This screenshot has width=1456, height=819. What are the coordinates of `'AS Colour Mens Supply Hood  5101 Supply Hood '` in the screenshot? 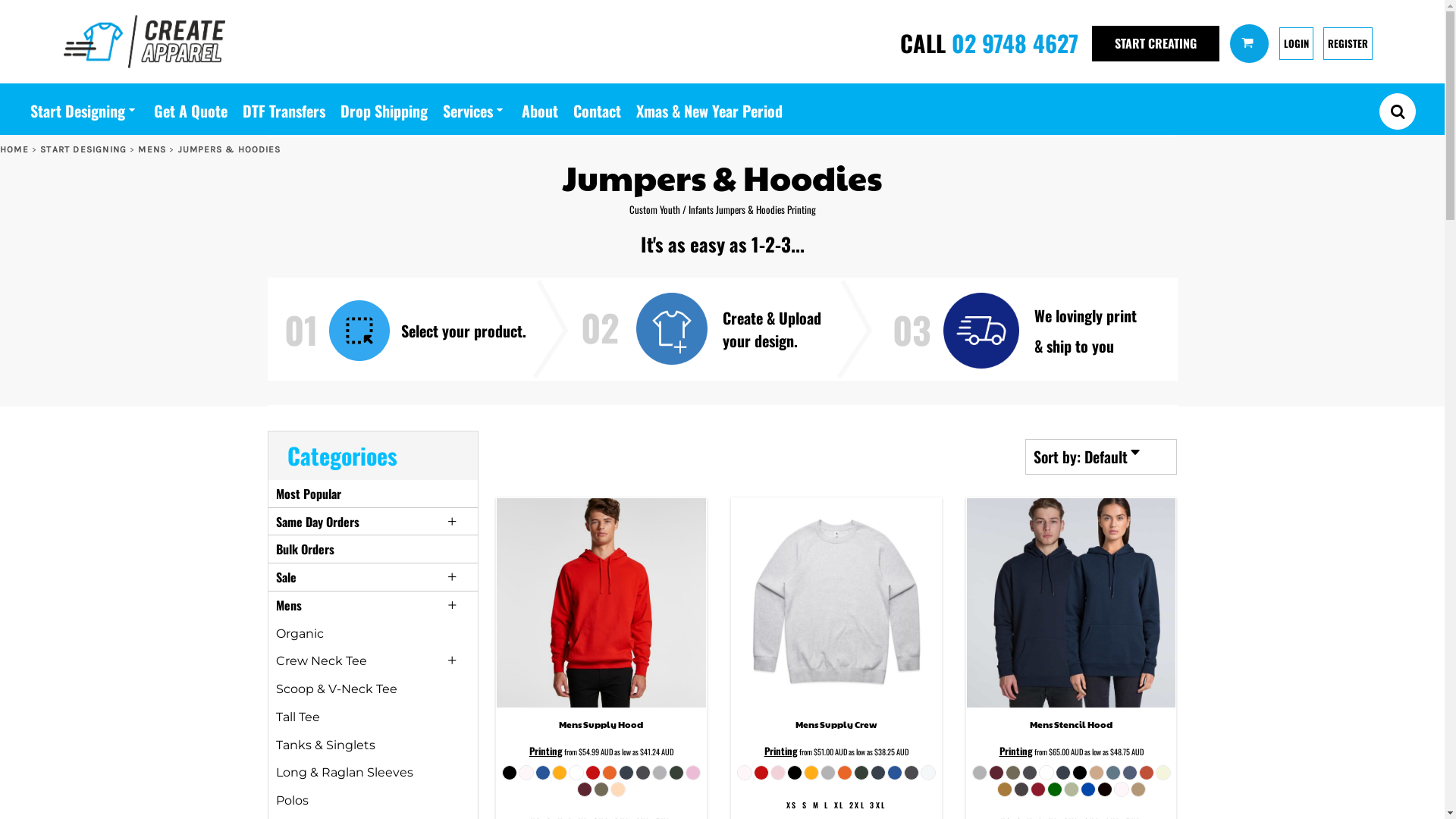 It's located at (600, 601).